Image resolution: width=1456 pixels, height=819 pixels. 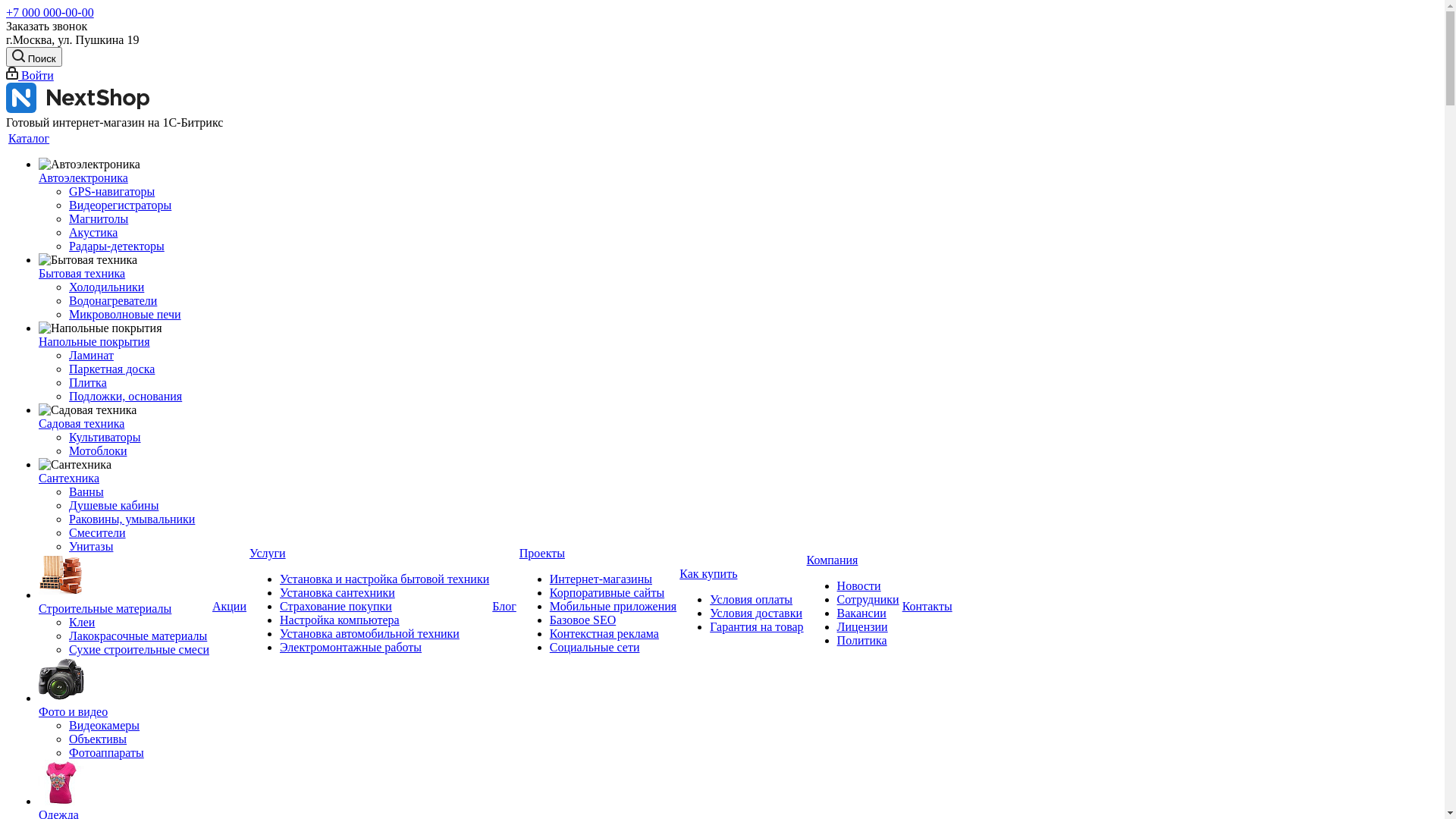 I want to click on '+7 000 000-00-00', so click(x=50, y=12).